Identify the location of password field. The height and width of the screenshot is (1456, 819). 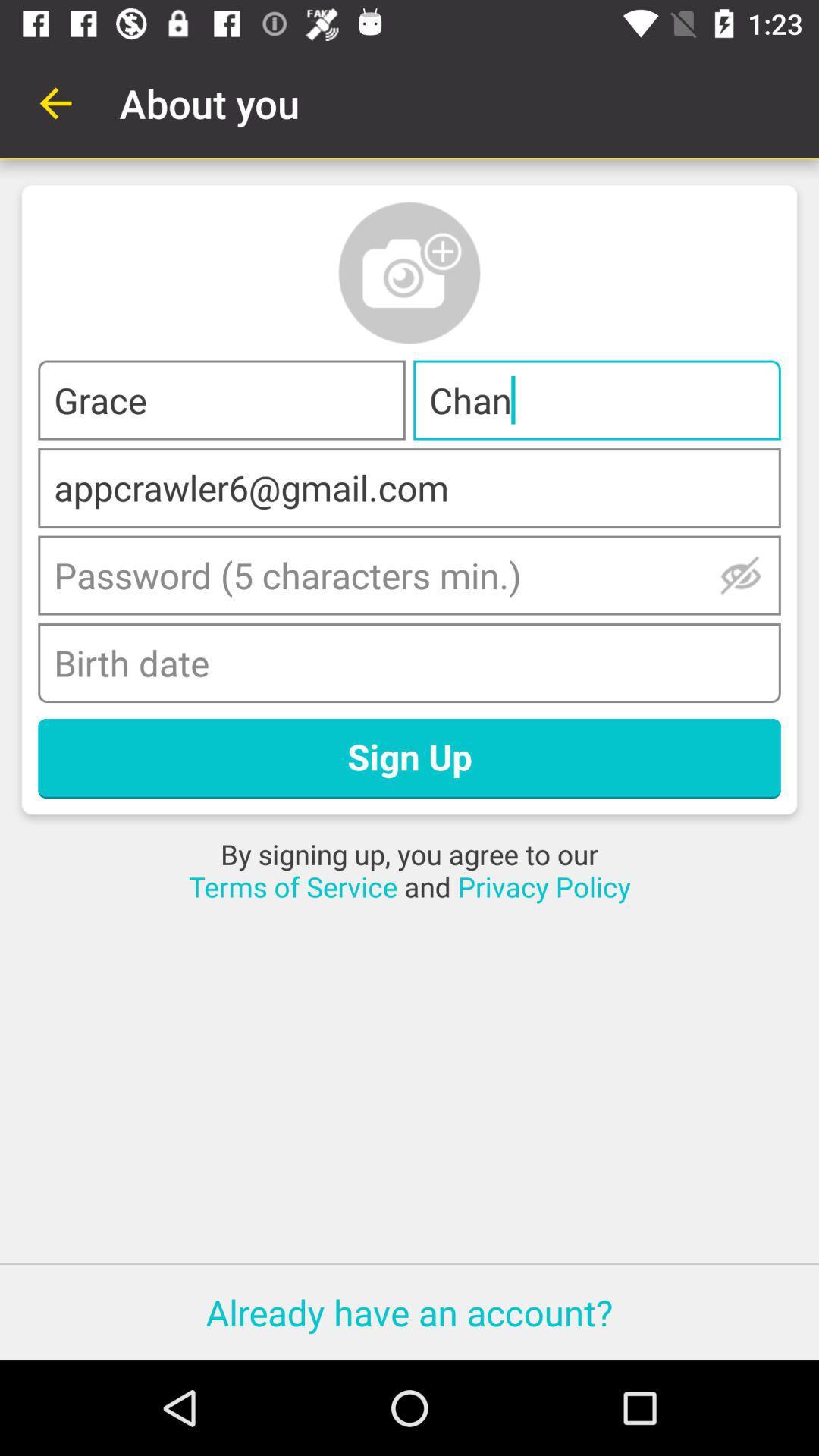
(409, 574).